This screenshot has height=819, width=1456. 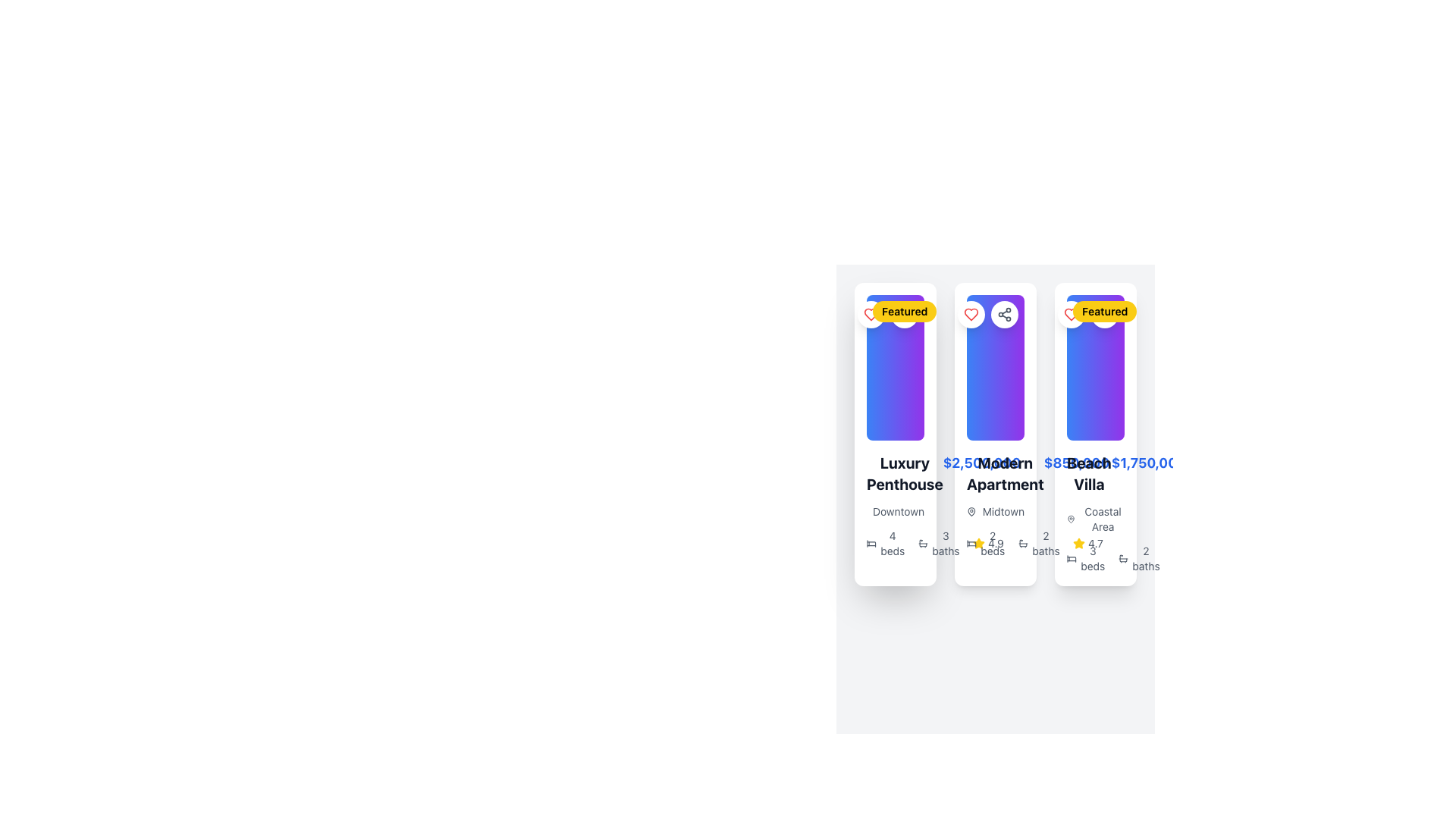 I want to click on rating value displayed as '4.7' in the Rating Display, which is located in the bottom-right section of the 'Beach Villa' card, below 'Coastal Area' and above '2 beds 2 baths', so click(x=1087, y=543).